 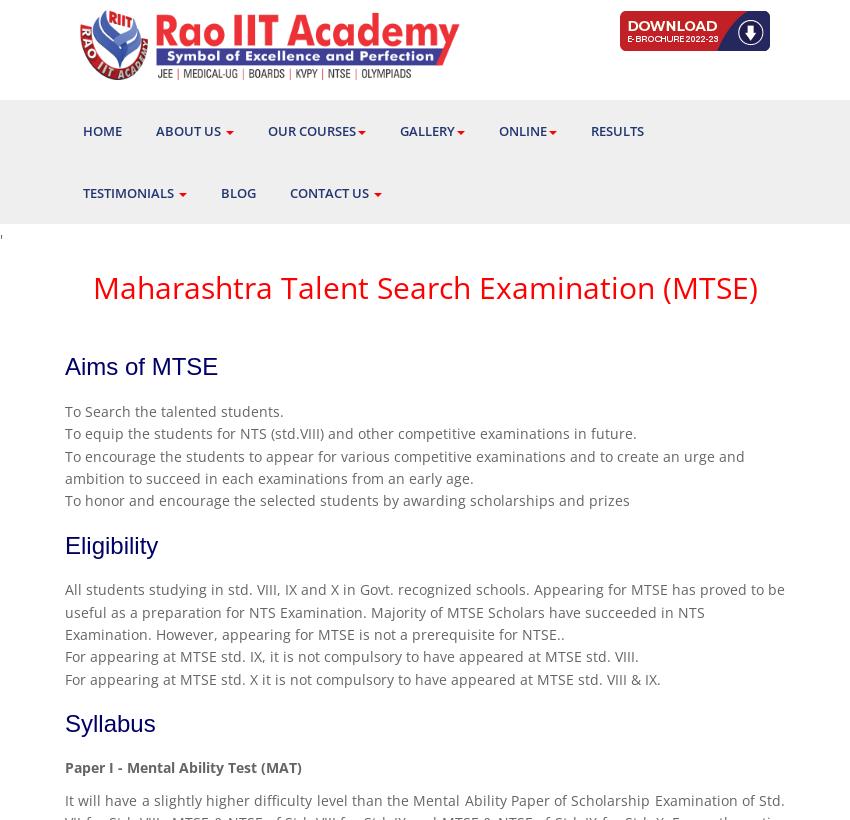 What do you see at coordinates (65, 500) in the screenshot?
I see `'To honor and encourage the selected students by awarding scholarships and prizes'` at bounding box center [65, 500].